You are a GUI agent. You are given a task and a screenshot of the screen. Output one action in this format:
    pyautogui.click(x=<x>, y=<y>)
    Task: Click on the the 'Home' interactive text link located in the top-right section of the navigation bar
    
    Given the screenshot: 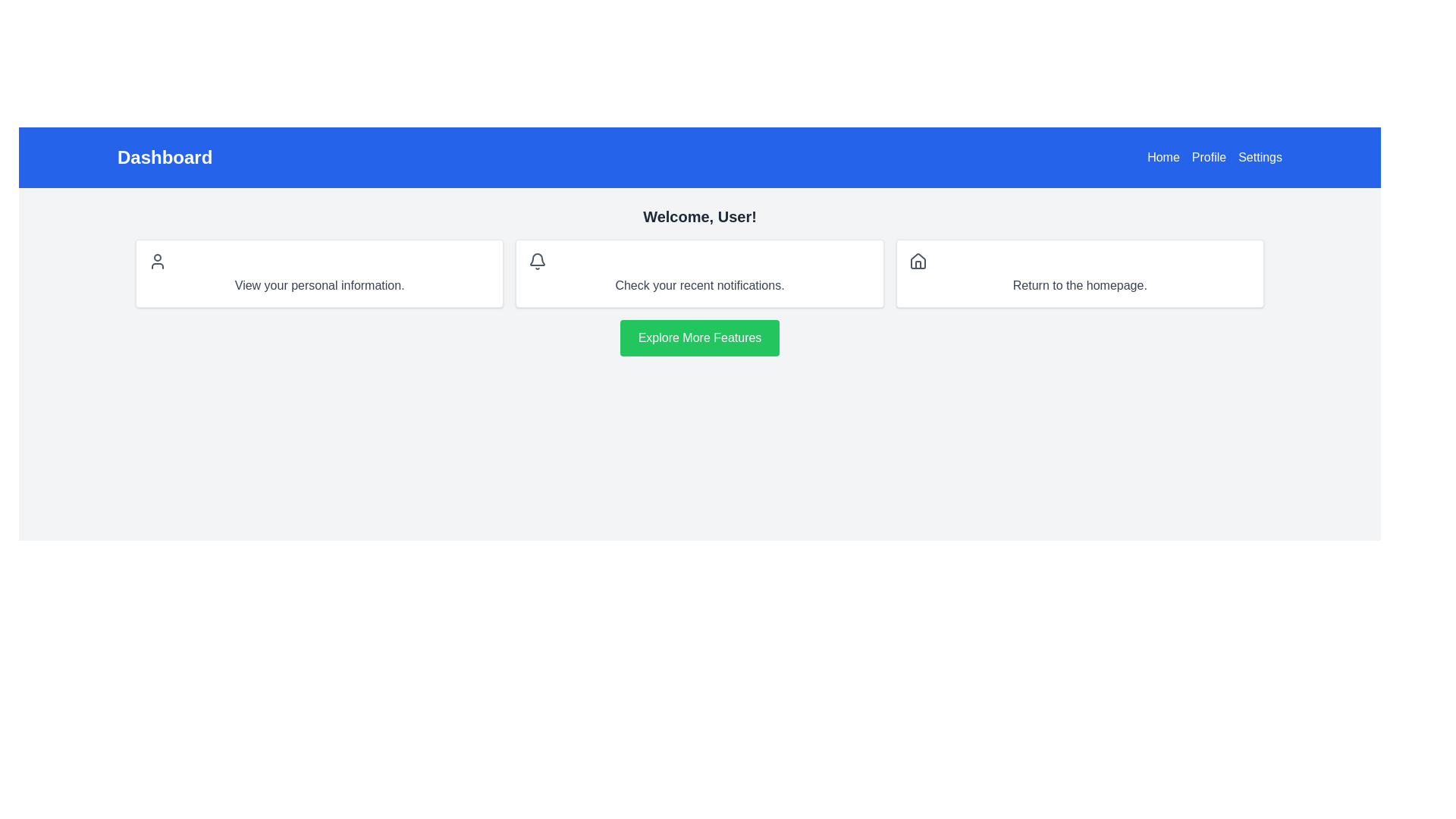 What is the action you would take?
    pyautogui.click(x=1163, y=158)
    